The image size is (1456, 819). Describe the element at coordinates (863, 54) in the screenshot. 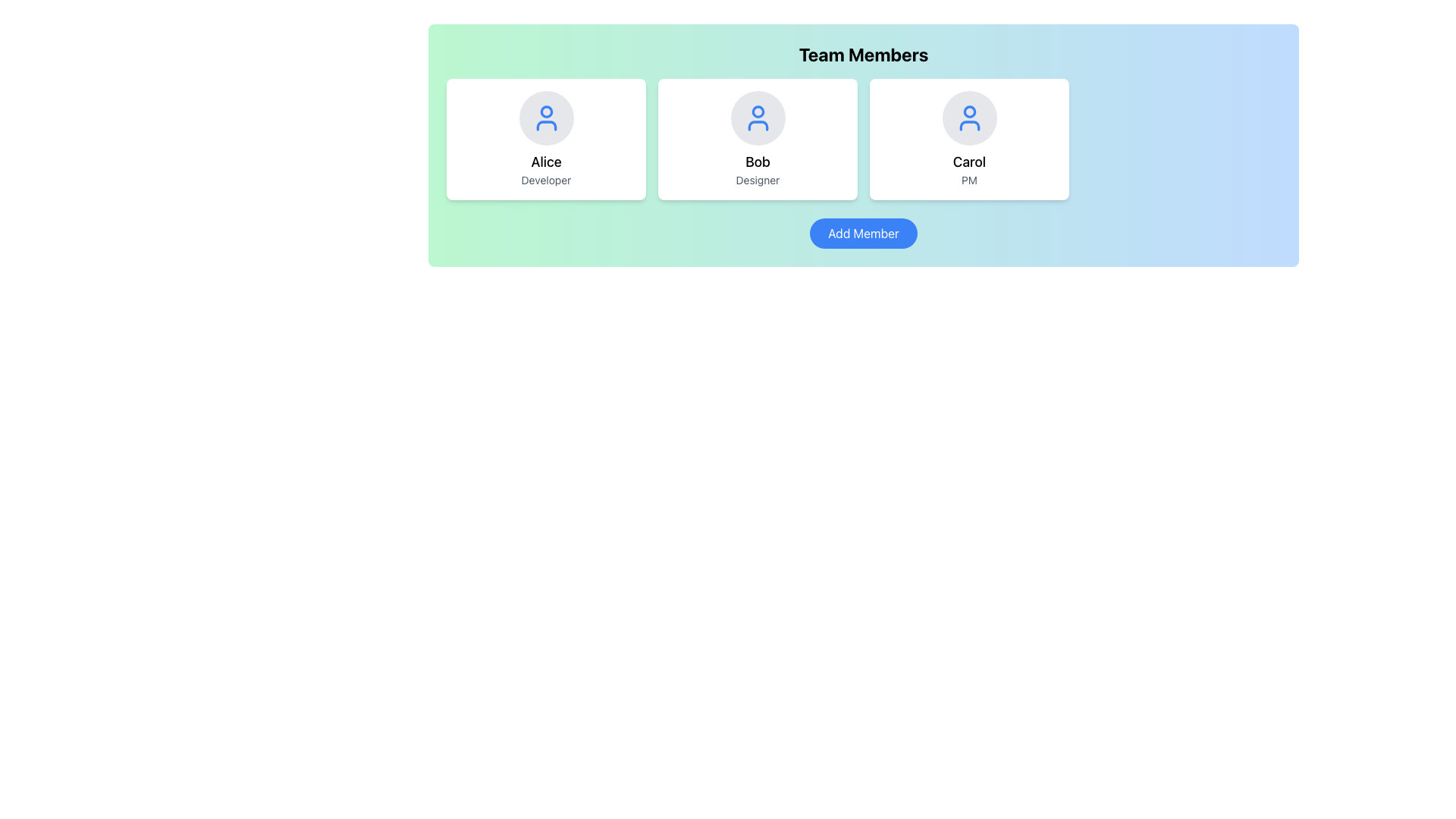

I see `the 'Team Members' title text label, which is bold and large, located at the top center of the panel with a gradient background` at that location.